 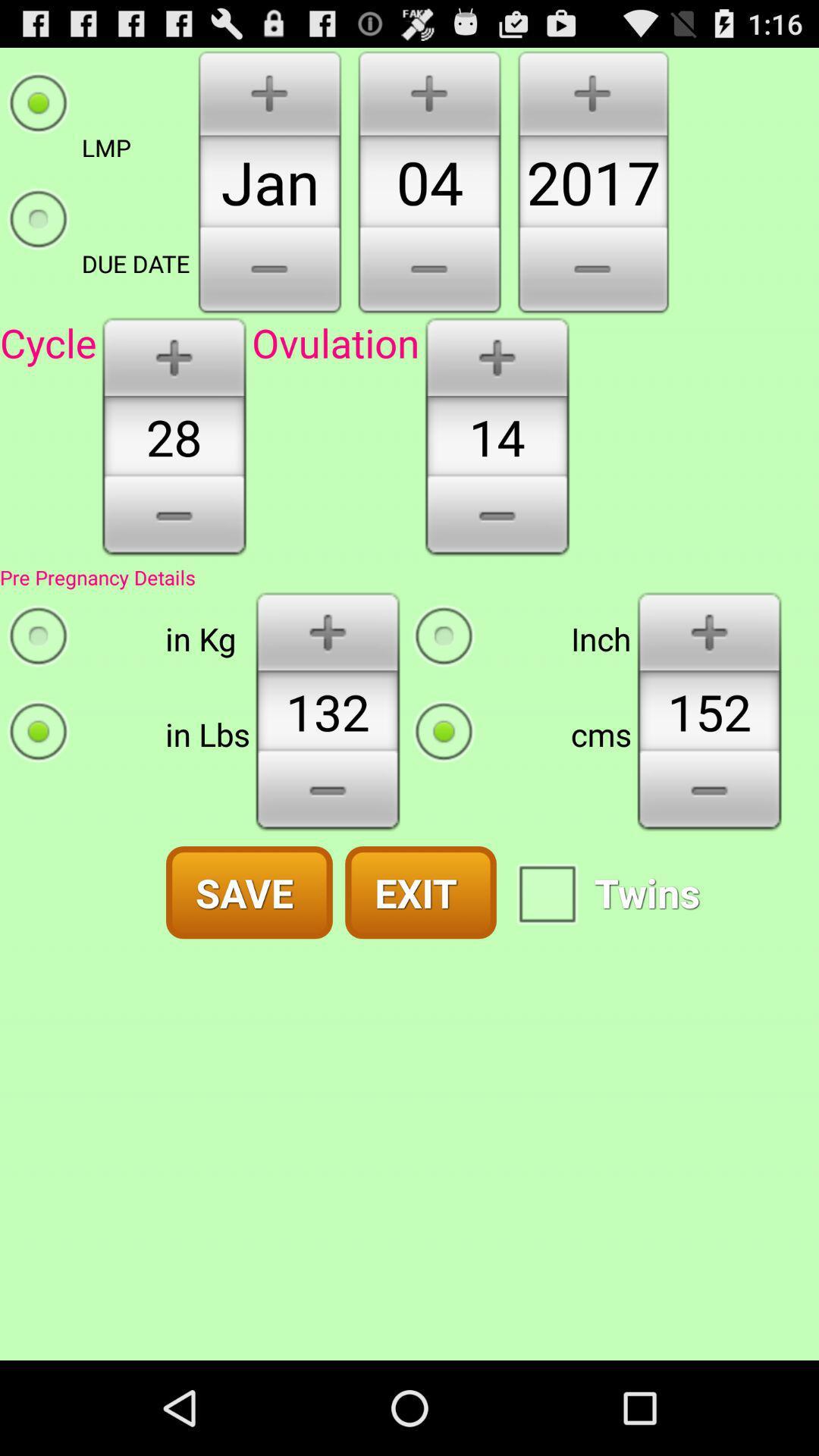 I want to click on decrement cycle, so click(x=173, y=521).